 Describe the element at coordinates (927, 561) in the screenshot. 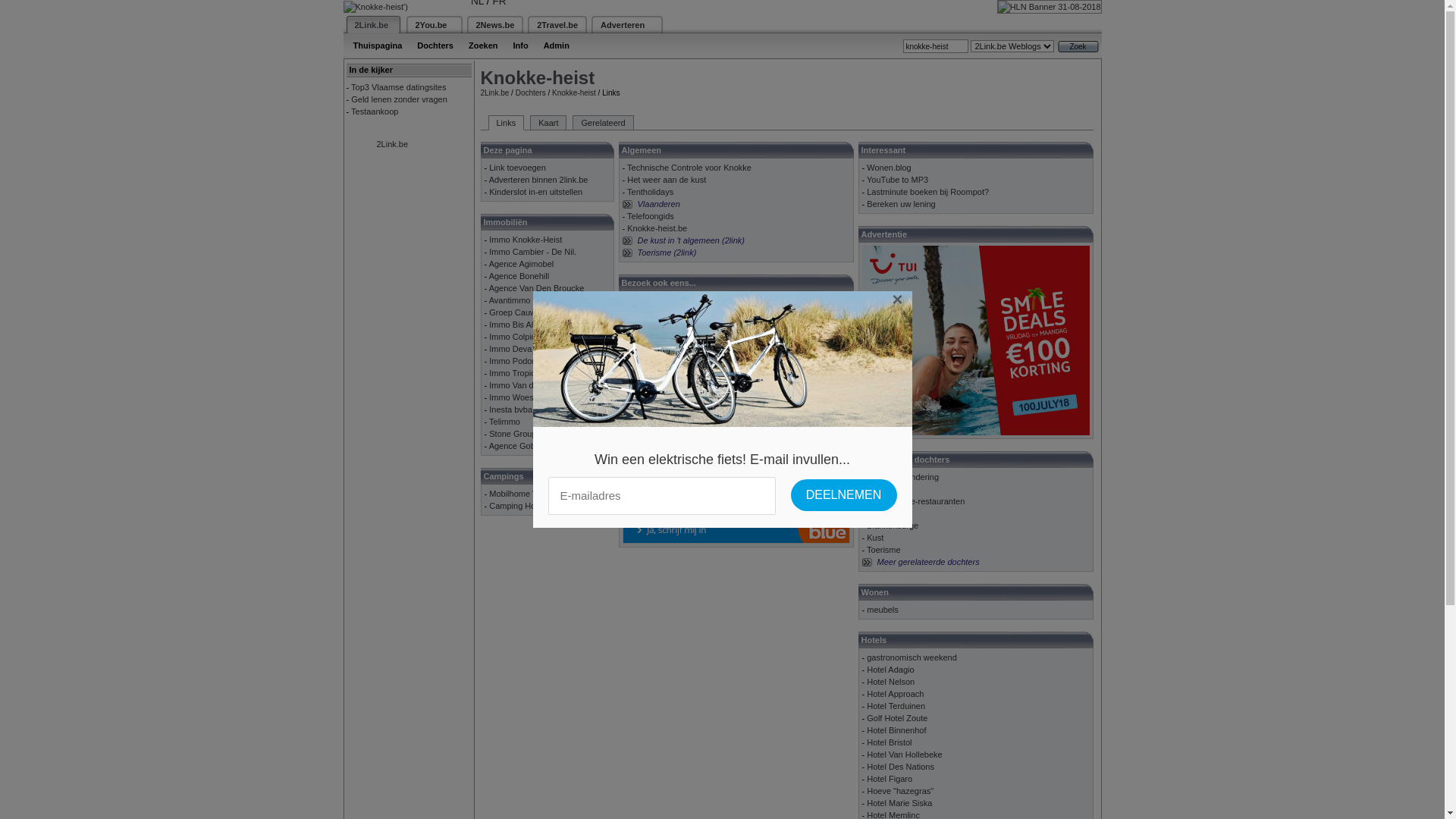

I see `'Meer gerelateerde dochters'` at that location.